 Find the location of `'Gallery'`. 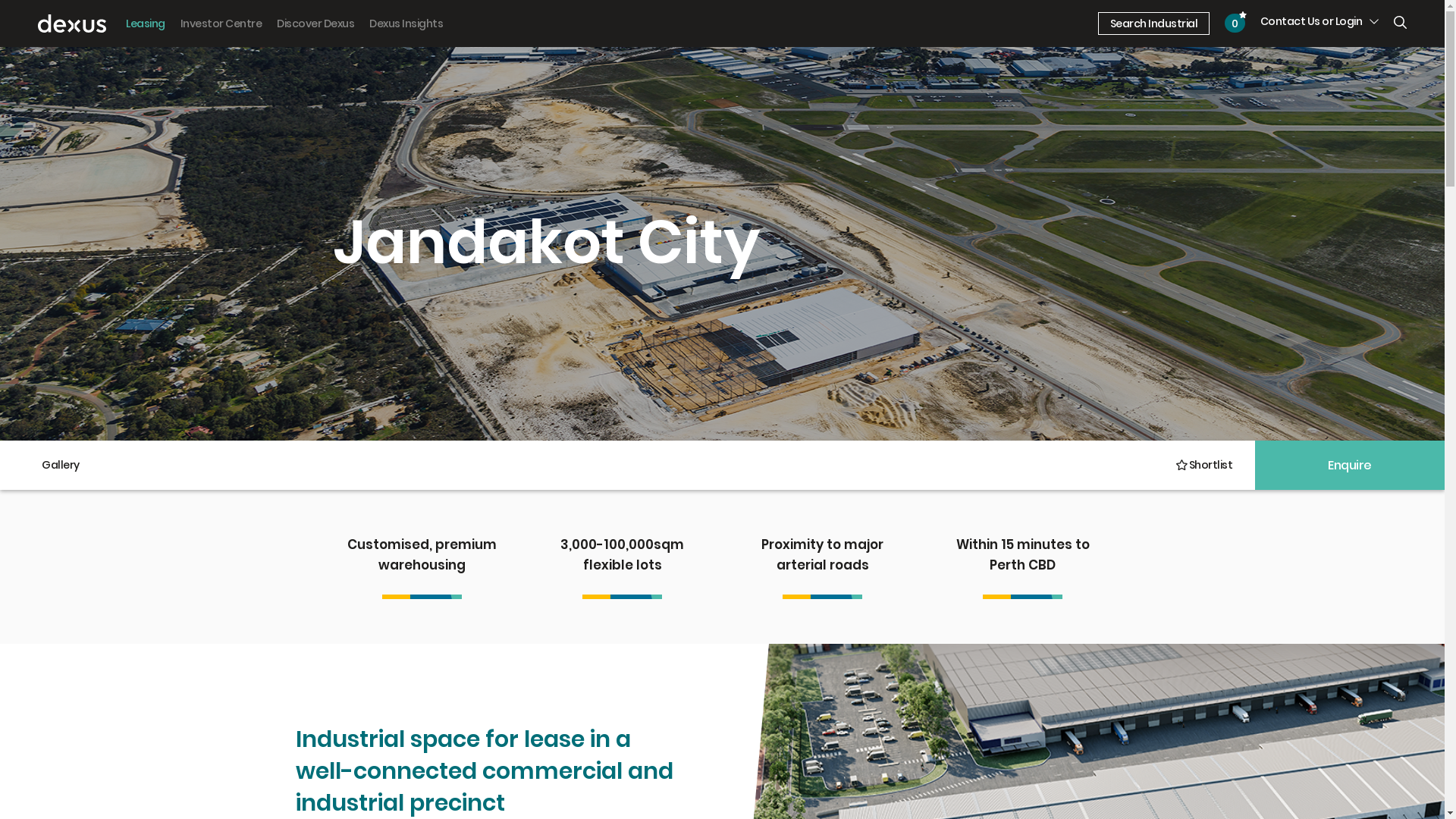

'Gallery' is located at coordinates (61, 464).